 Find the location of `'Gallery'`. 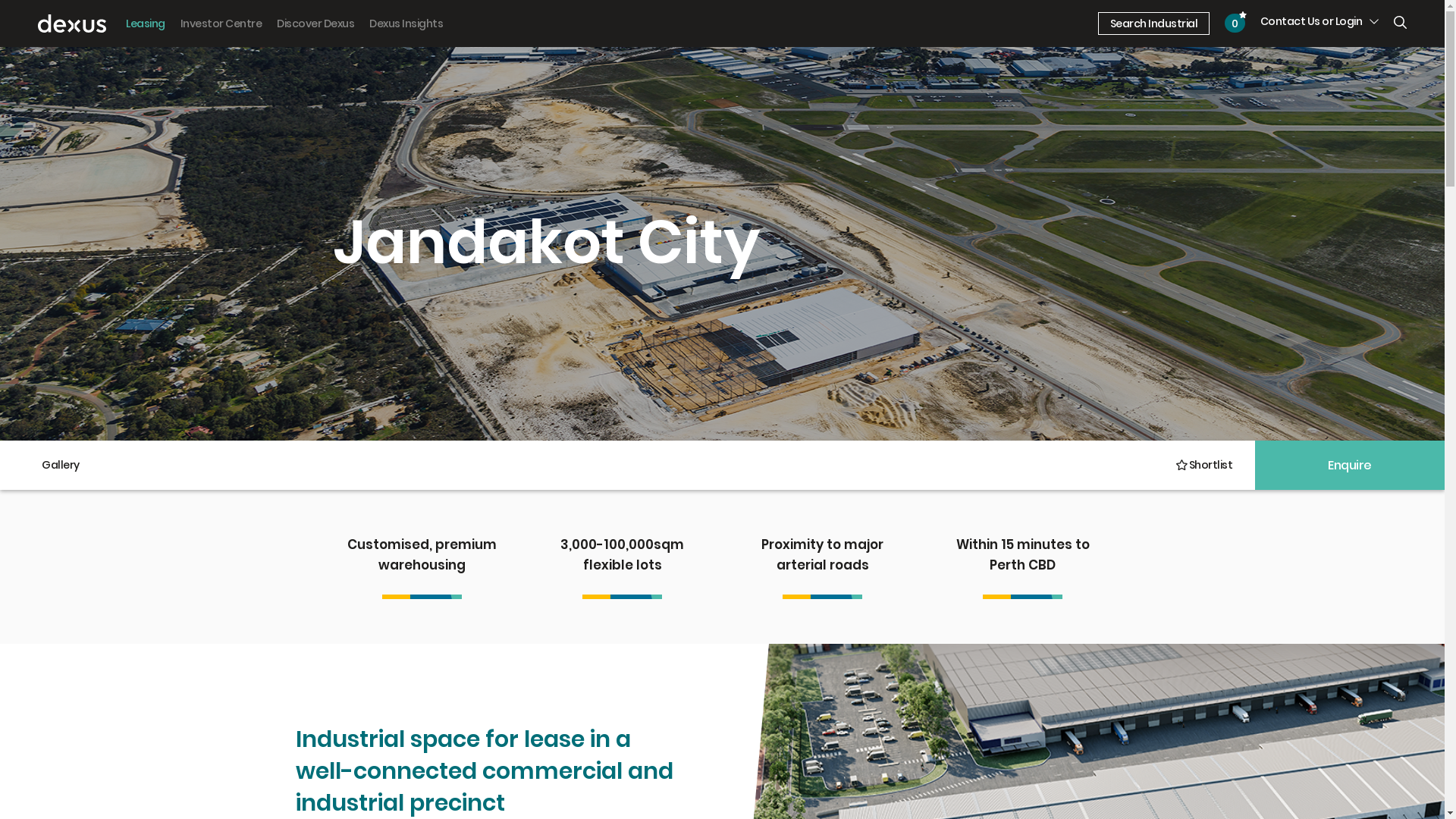

'Gallery' is located at coordinates (61, 464).